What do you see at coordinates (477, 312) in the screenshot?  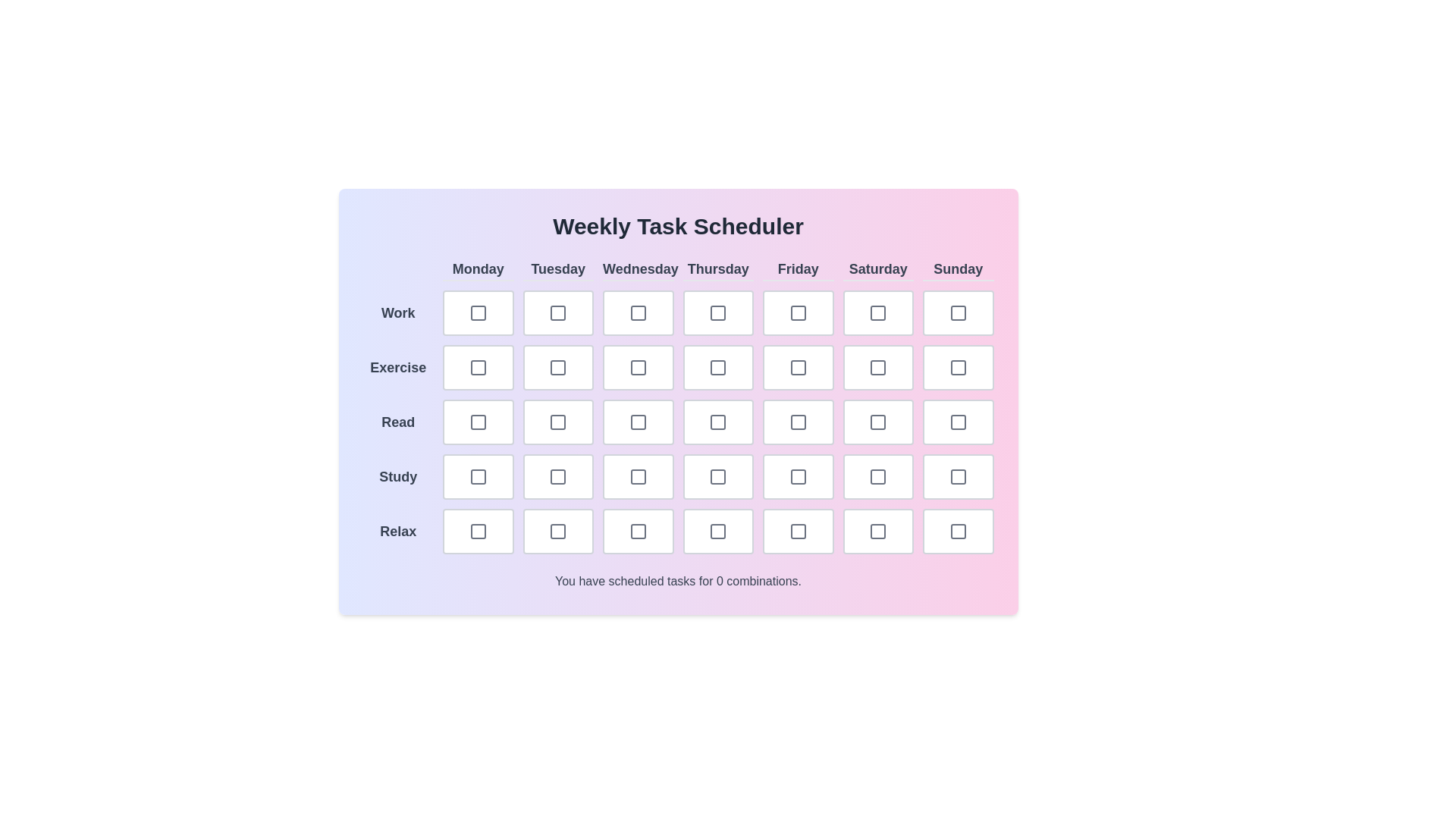 I see `the checkbox for the task Work on Monday to toggle its selection` at bounding box center [477, 312].